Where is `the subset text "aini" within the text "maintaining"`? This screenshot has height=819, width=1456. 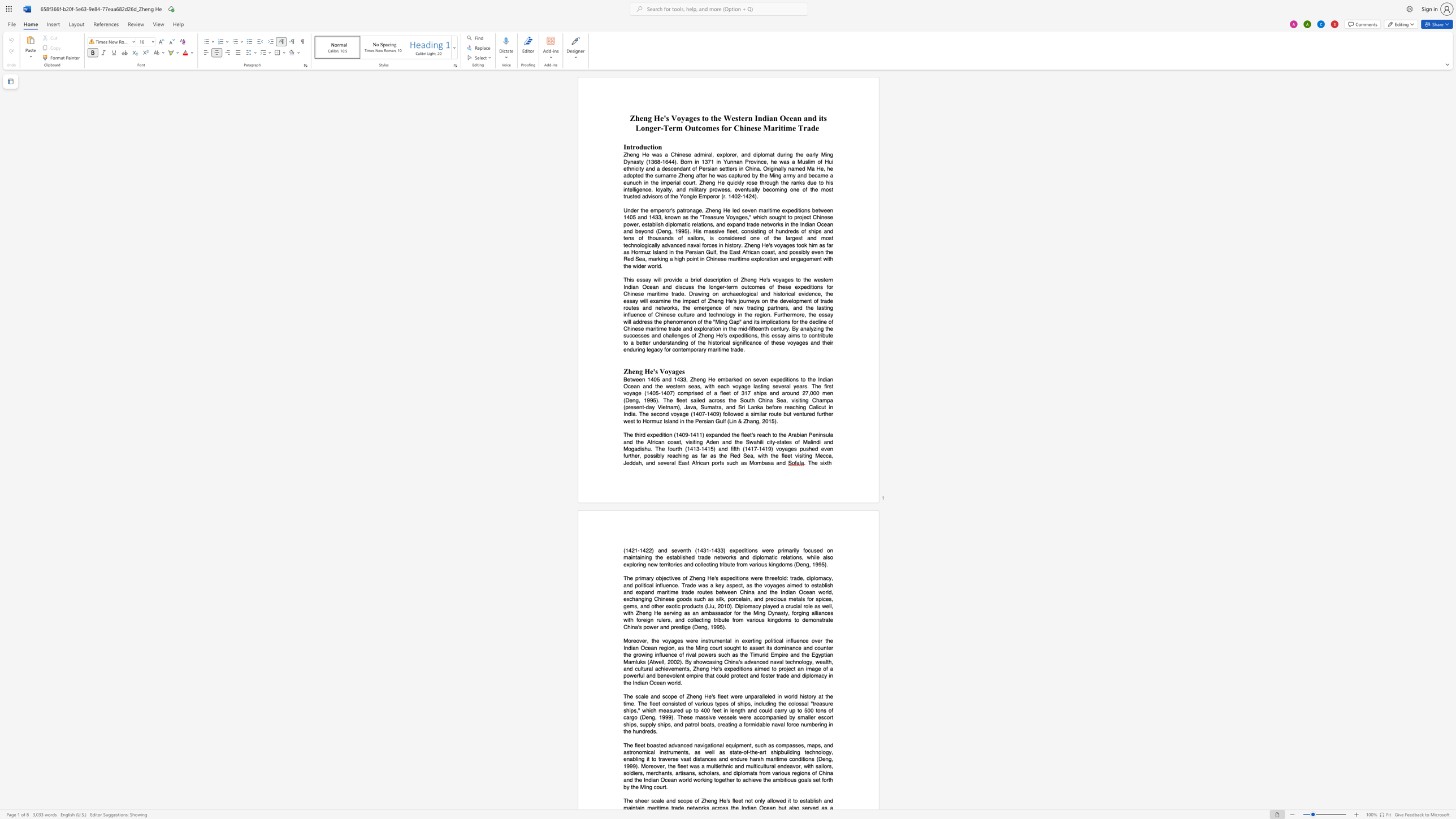 the subset text "aini" within the text "maintaining" is located at coordinates (637, 557).